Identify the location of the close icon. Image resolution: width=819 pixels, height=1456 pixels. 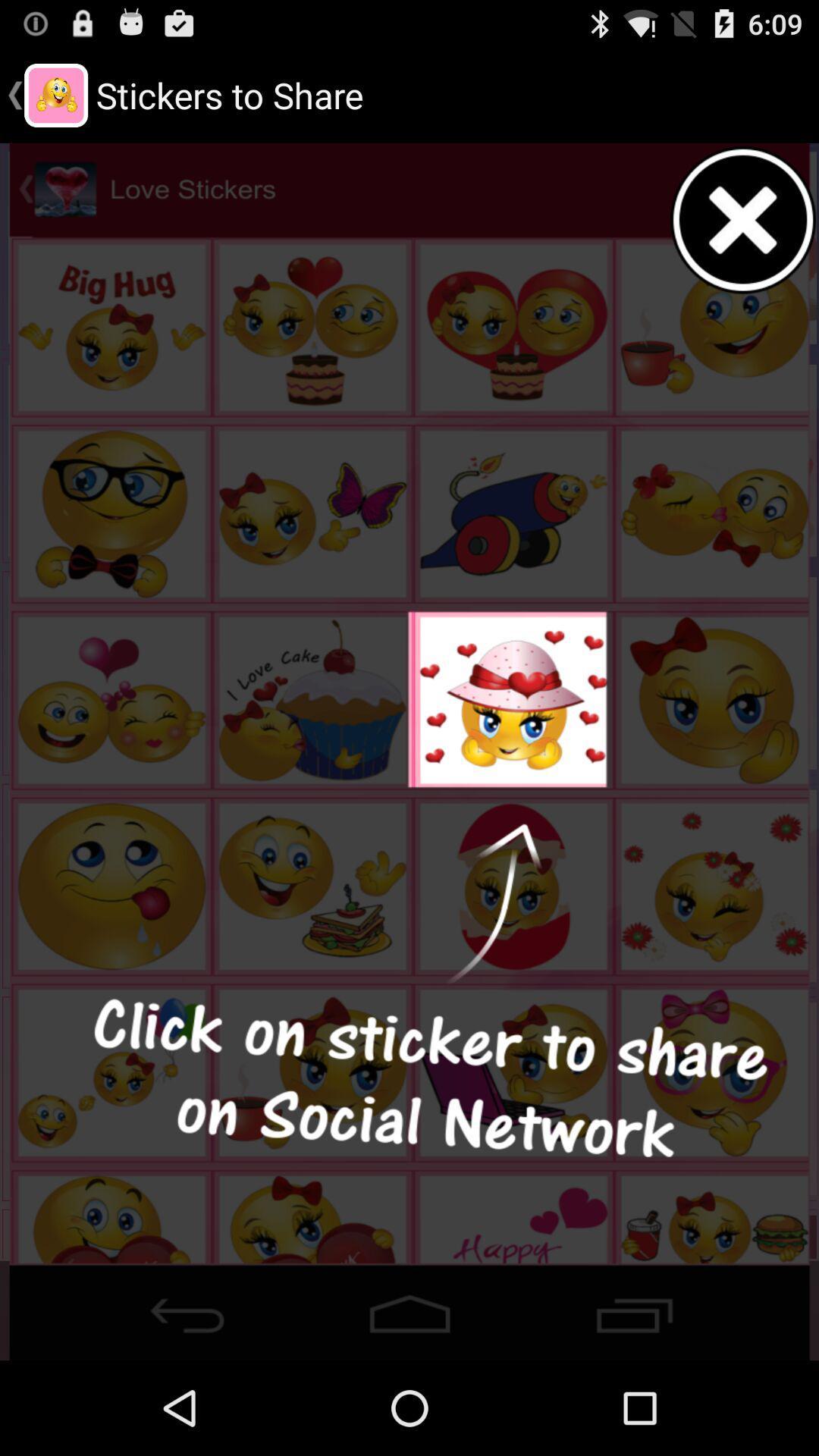
(743, 234).